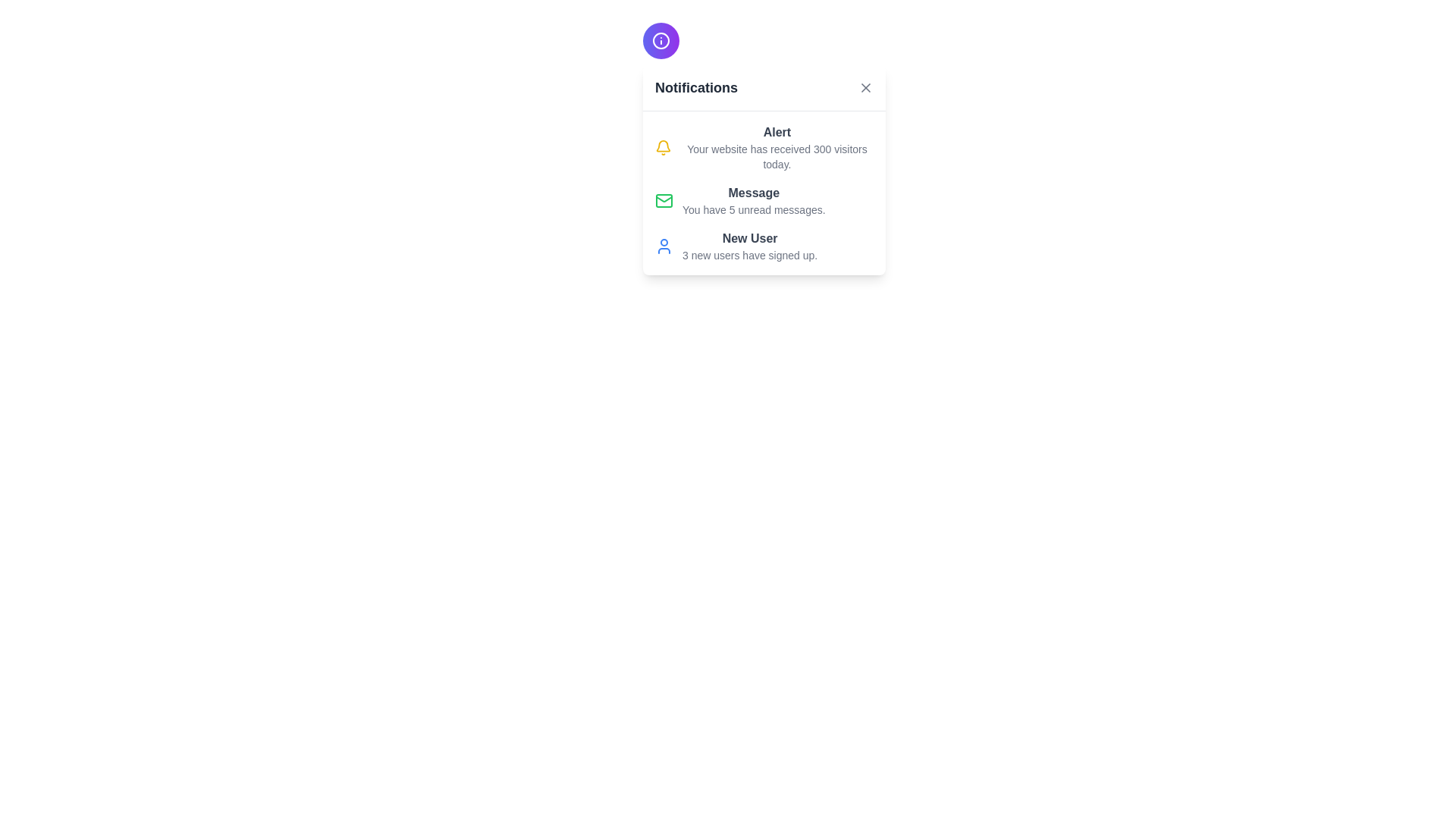 Image resolution: width=1456 pixels, height=819 pixels. Describe the element at coordinates (750, 254) in the screenshot. I see `the static text label that informs the user about new sign-ups, located beneath the heading 'New User' in the notification dropdown` at that location.